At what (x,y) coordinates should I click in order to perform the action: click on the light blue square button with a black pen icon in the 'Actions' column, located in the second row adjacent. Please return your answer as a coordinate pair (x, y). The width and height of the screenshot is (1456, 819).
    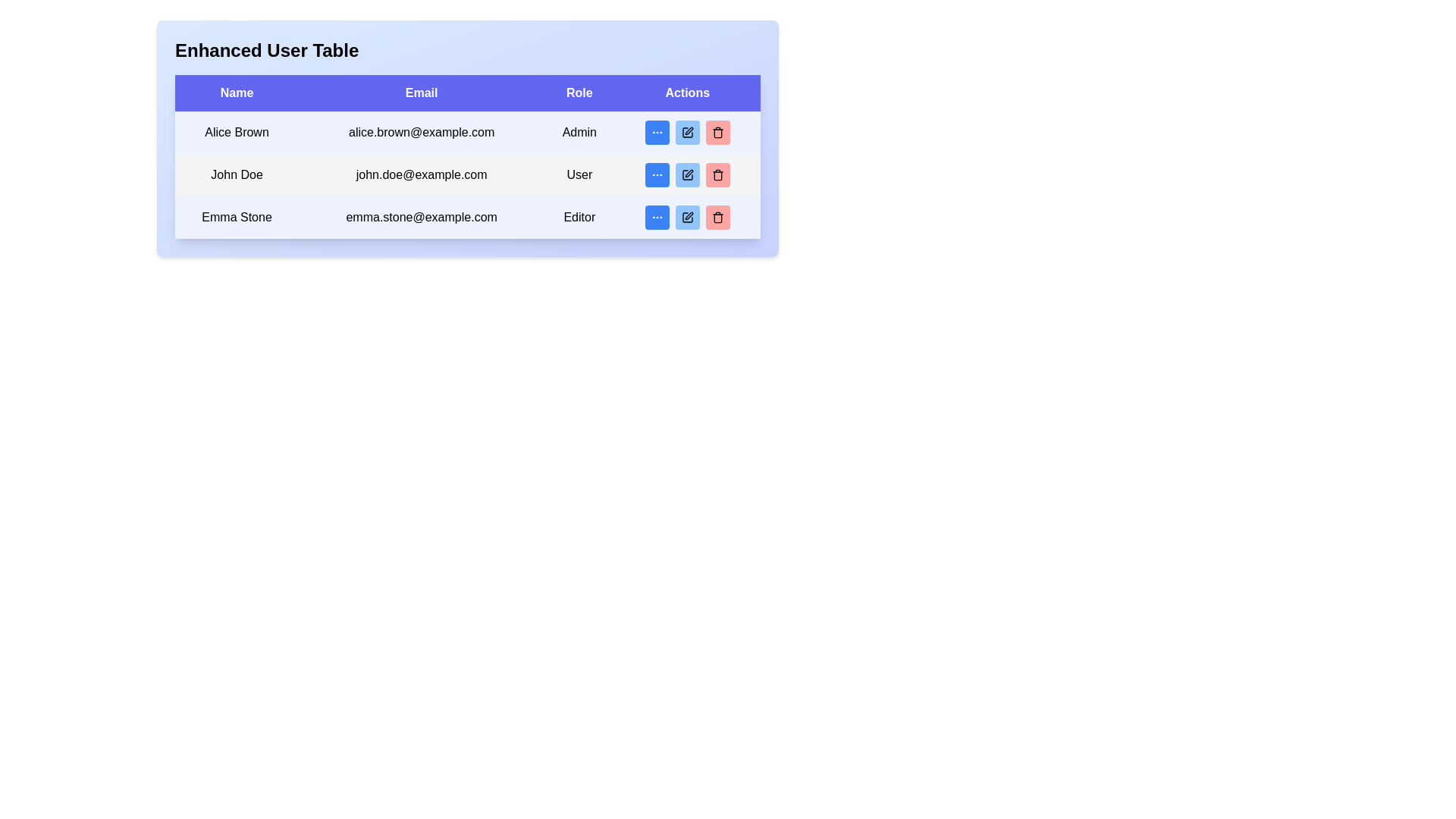
    Looking at the image, I should click on (686, 174).